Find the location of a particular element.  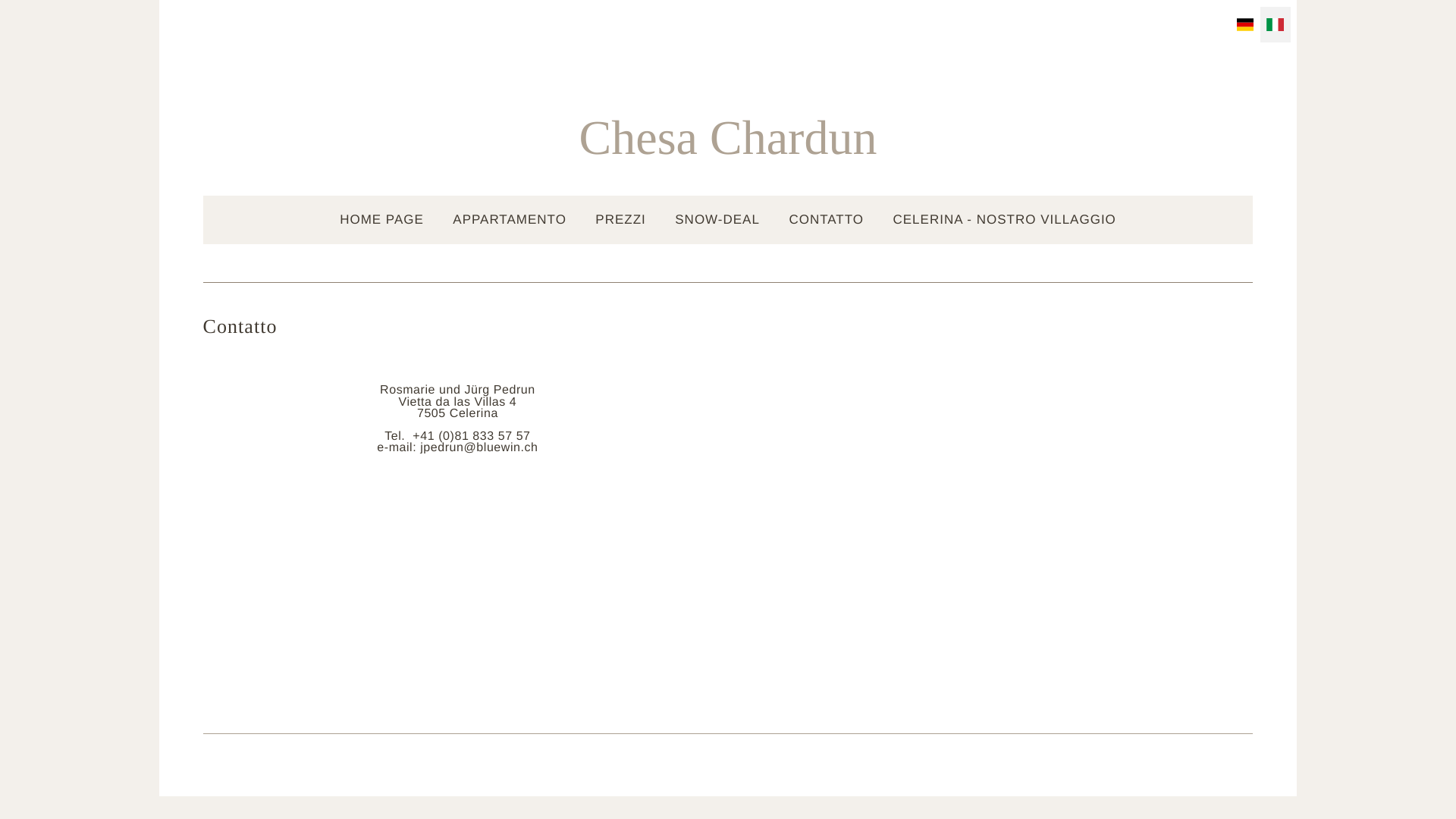

'Chesa Chardun' is located at coordinates (728, 140).